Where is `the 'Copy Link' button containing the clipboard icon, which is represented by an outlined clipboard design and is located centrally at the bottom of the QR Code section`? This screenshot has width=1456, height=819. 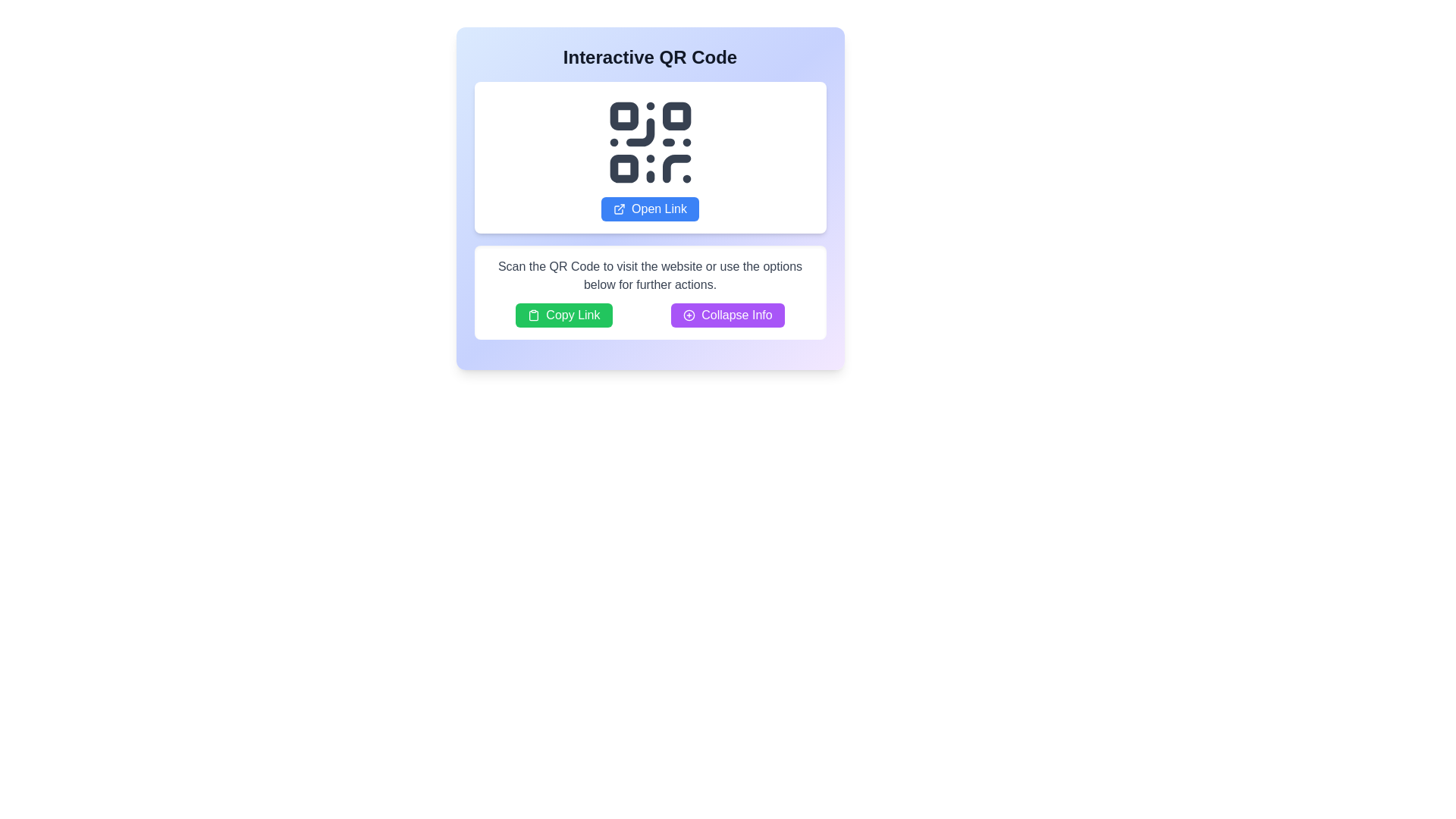 the 'Copy Link' button containing the clipboard icon, which is represented by an outlined clipboard design and is located centrally at the bottom of the QR Code section is located at coordinates (534, 315).